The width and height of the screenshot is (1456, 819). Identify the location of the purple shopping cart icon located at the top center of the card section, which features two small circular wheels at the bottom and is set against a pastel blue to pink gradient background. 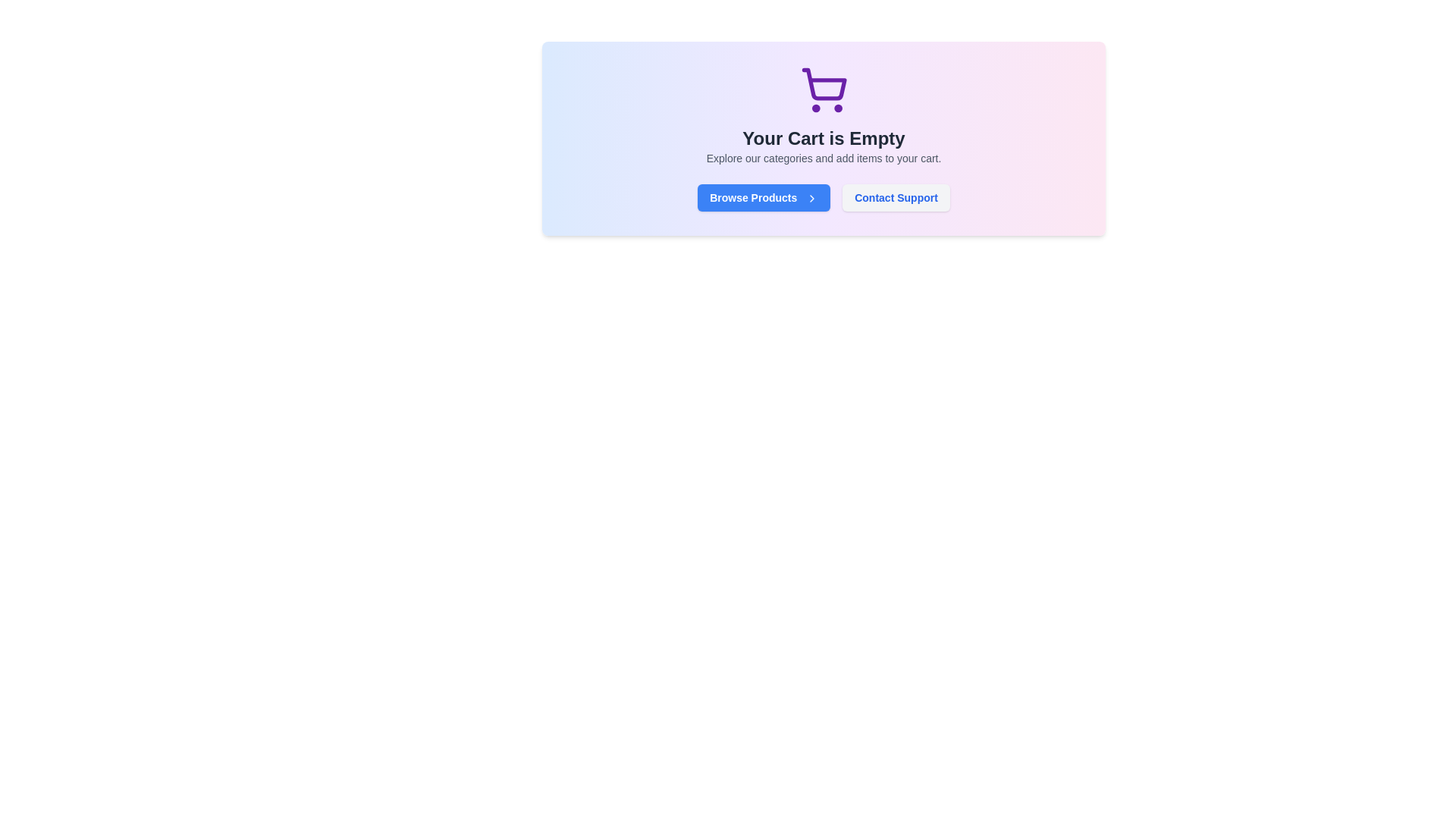
(823, 90).